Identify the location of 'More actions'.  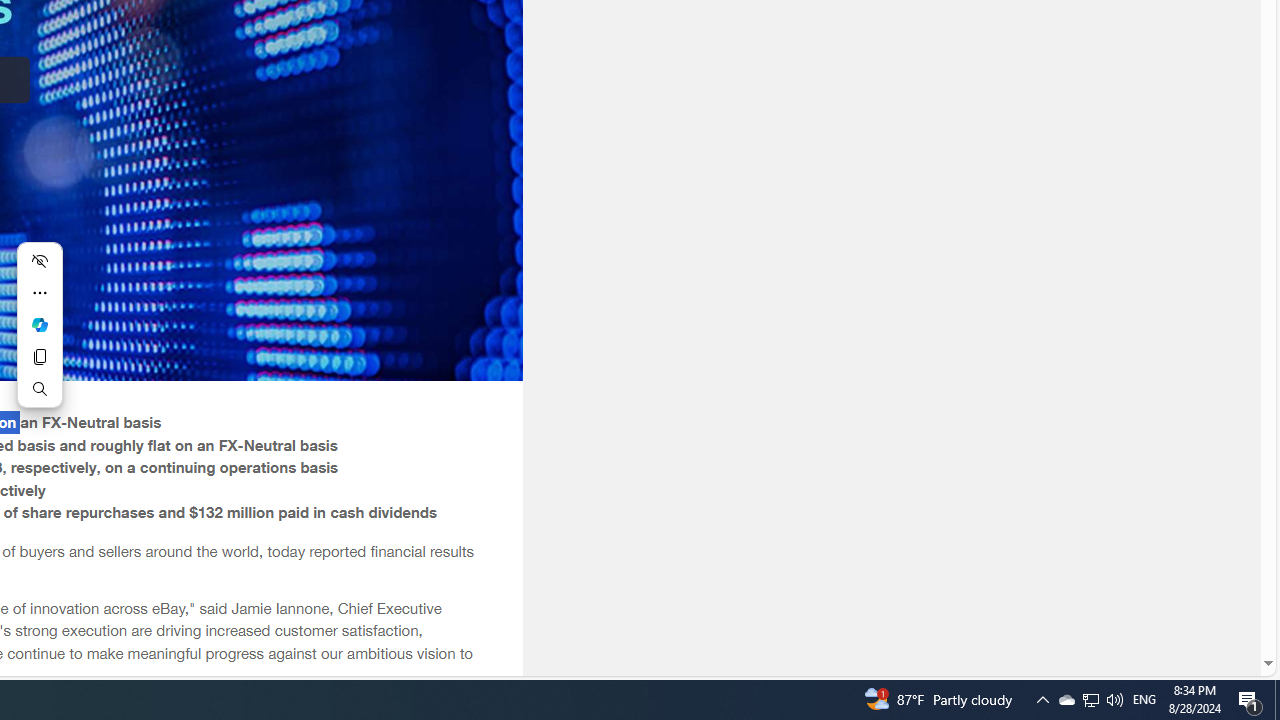
(39, 293).